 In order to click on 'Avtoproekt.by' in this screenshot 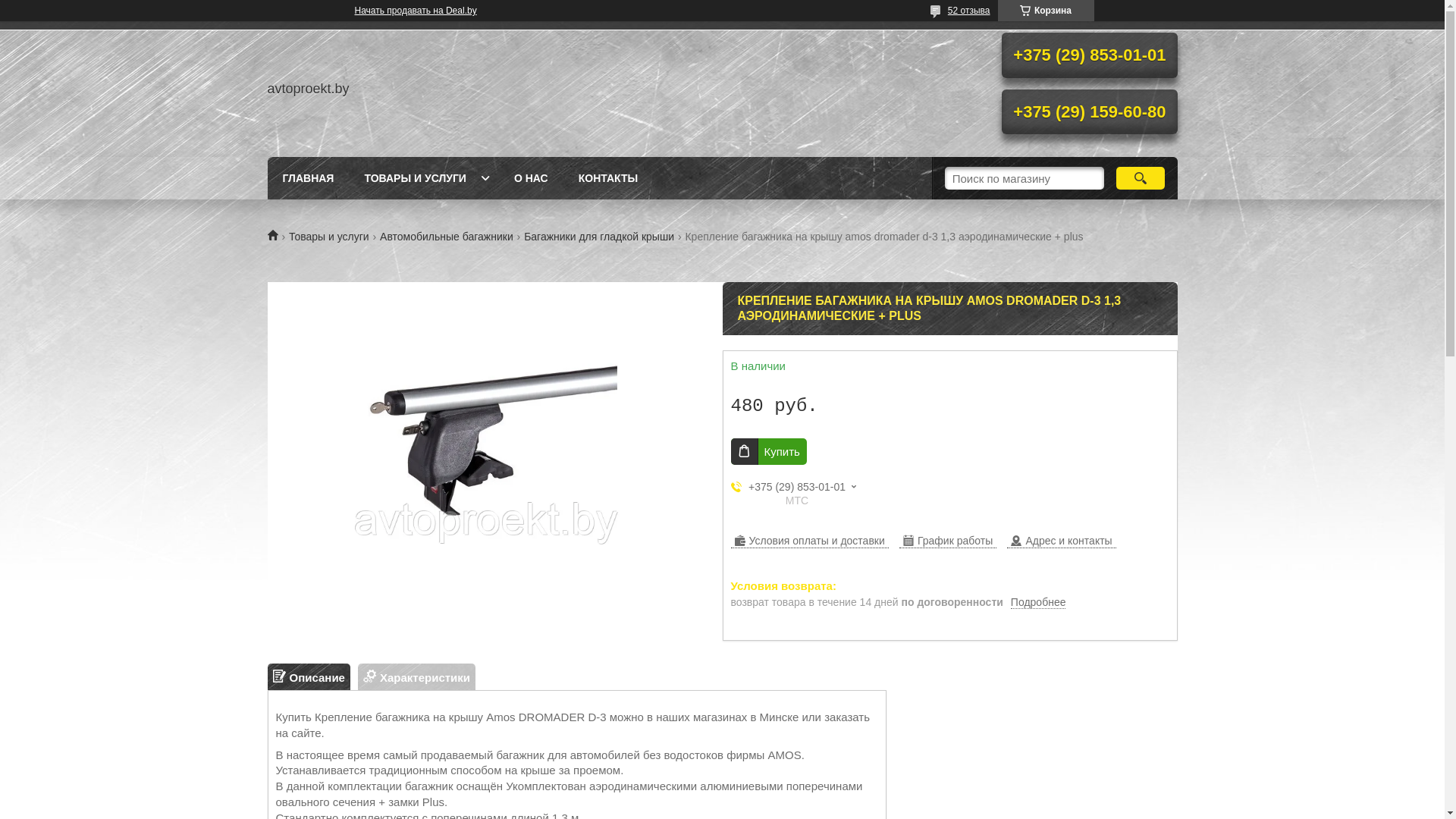, I will do `click(277, 234)`.